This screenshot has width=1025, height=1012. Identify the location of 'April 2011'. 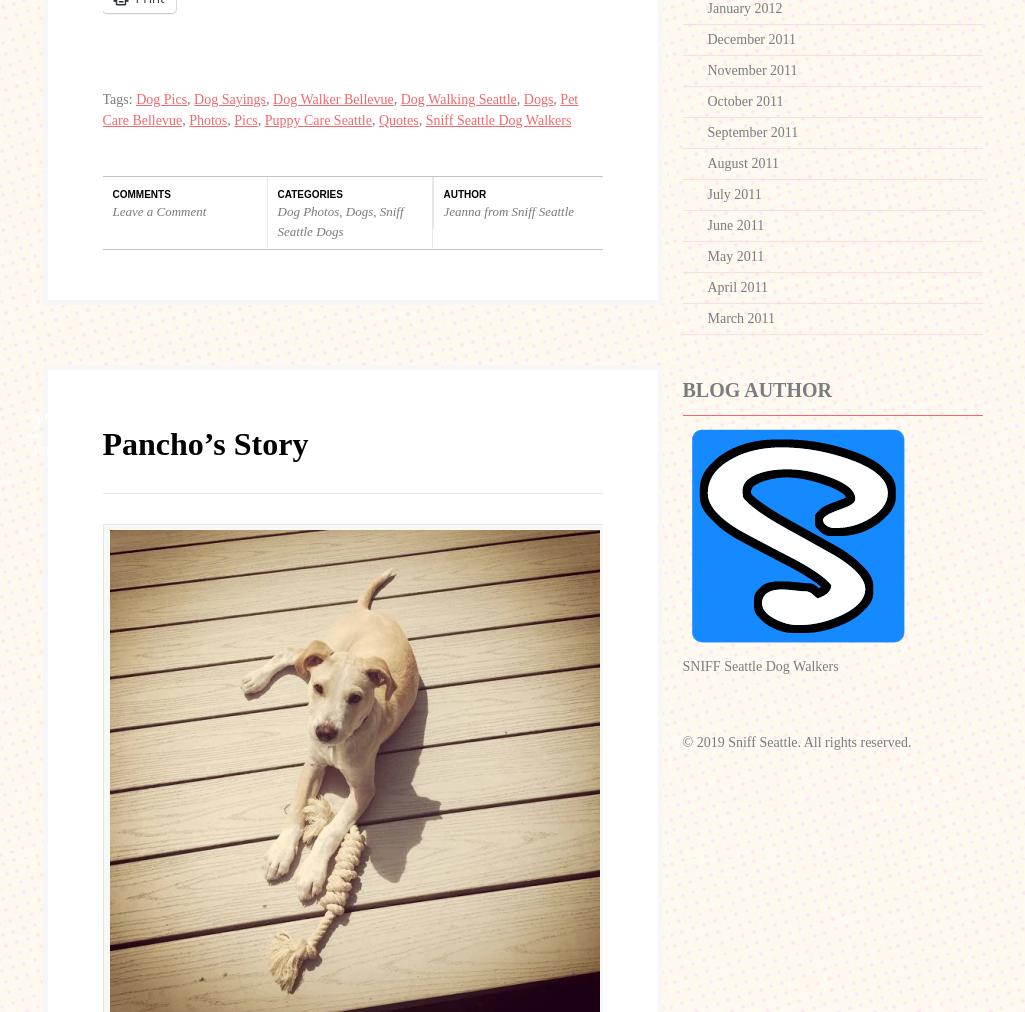
(736, 286).